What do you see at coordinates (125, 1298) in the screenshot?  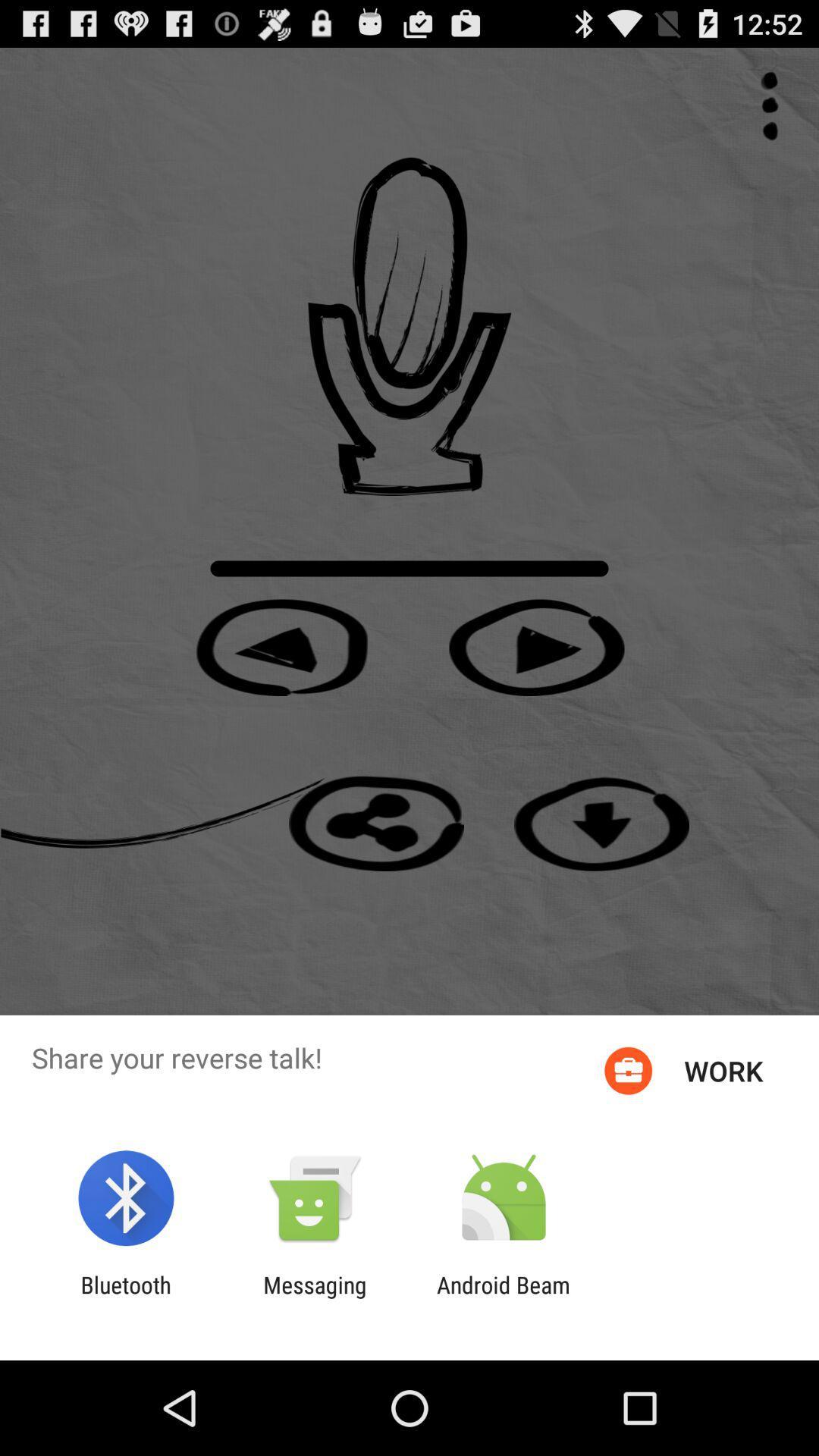 I see `app to the left of the messaging` at bounding box center [125, 1298].